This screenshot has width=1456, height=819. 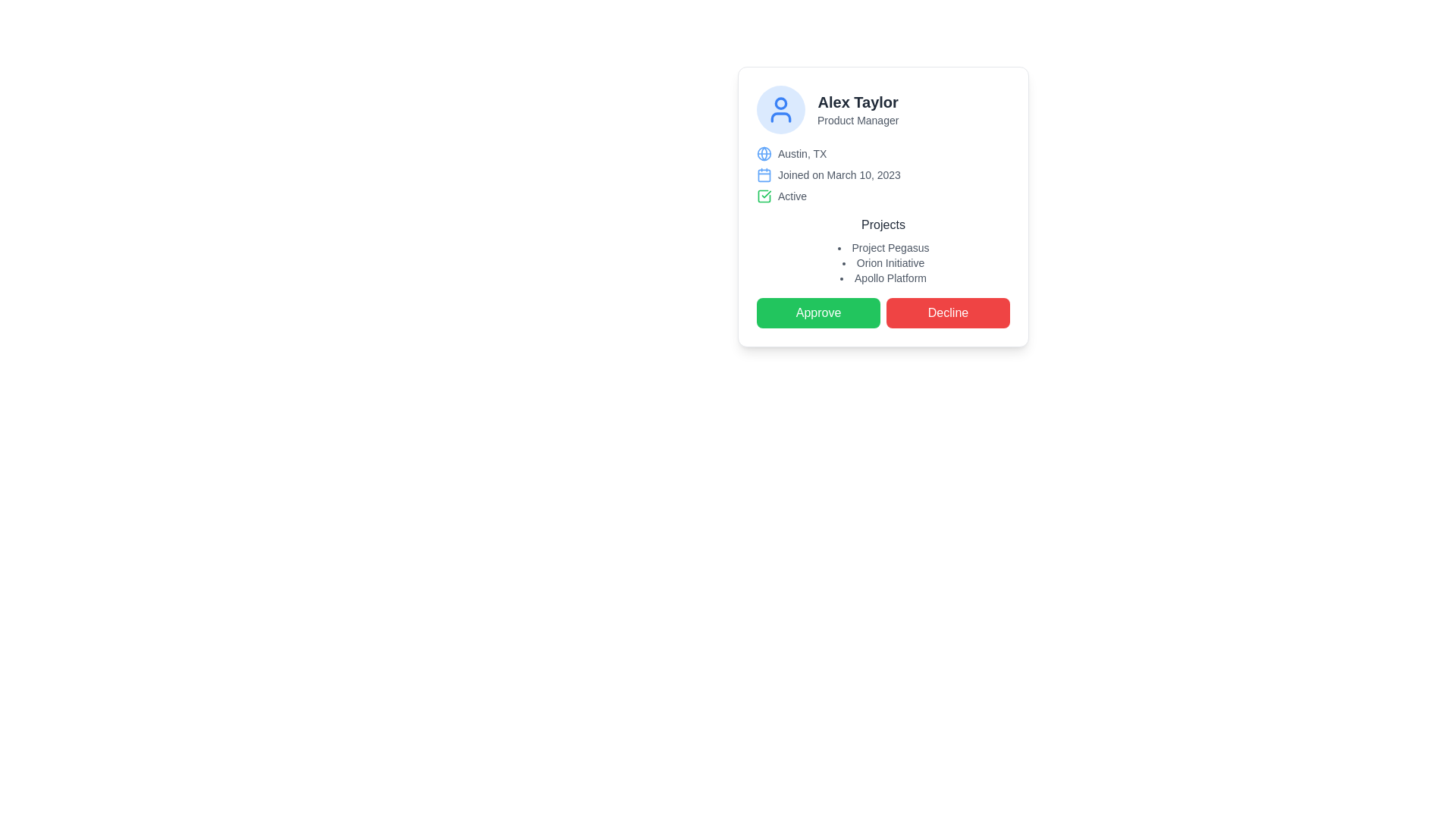 What do you see at coordinates (883, 262) in the screenshot?
I see `information from the second bullet list item labeled 'Orion Initiative' within the projects section of the card interface` at bounding box center [883, 262].